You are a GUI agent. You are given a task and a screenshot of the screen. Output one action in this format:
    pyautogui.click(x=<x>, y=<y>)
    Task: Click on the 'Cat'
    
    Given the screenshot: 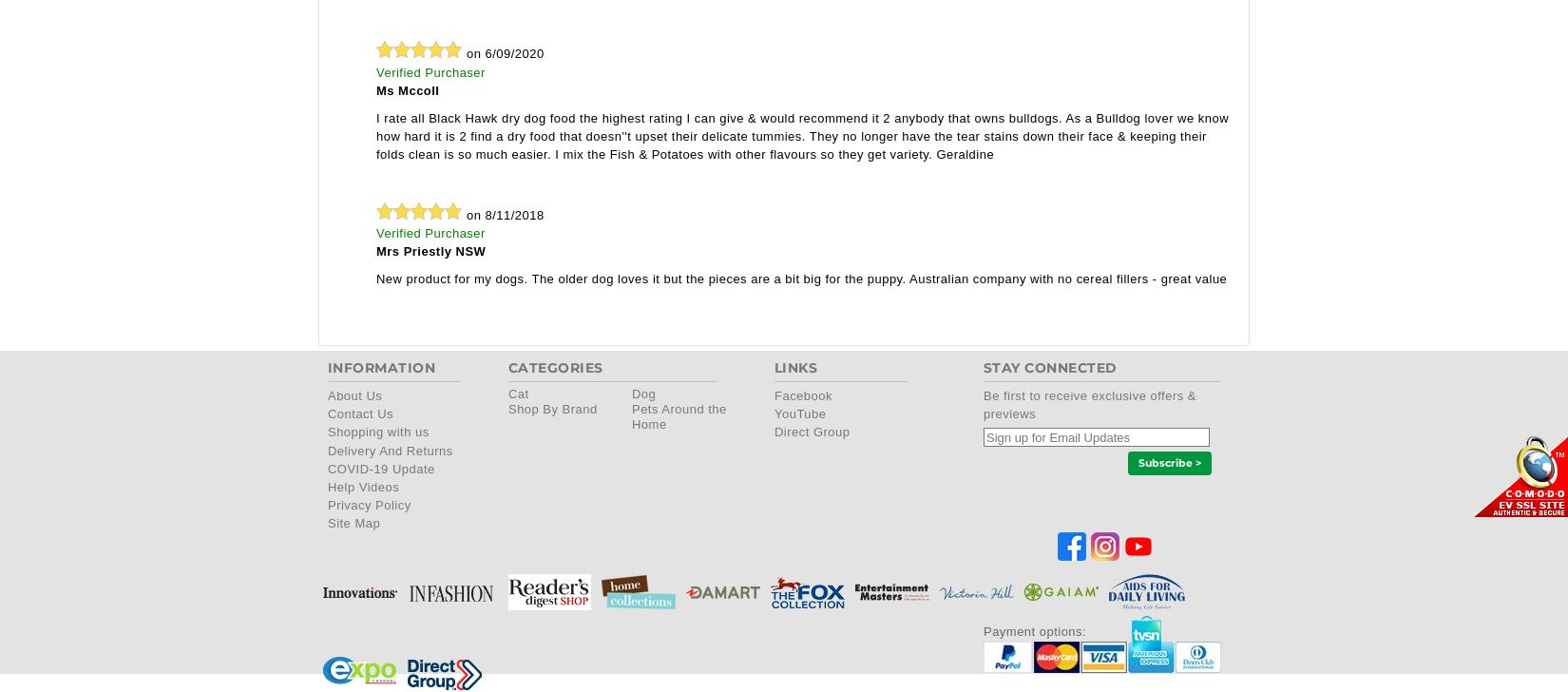 What is the action you would take?
    pyautogui.click(x=517, y=394)
    